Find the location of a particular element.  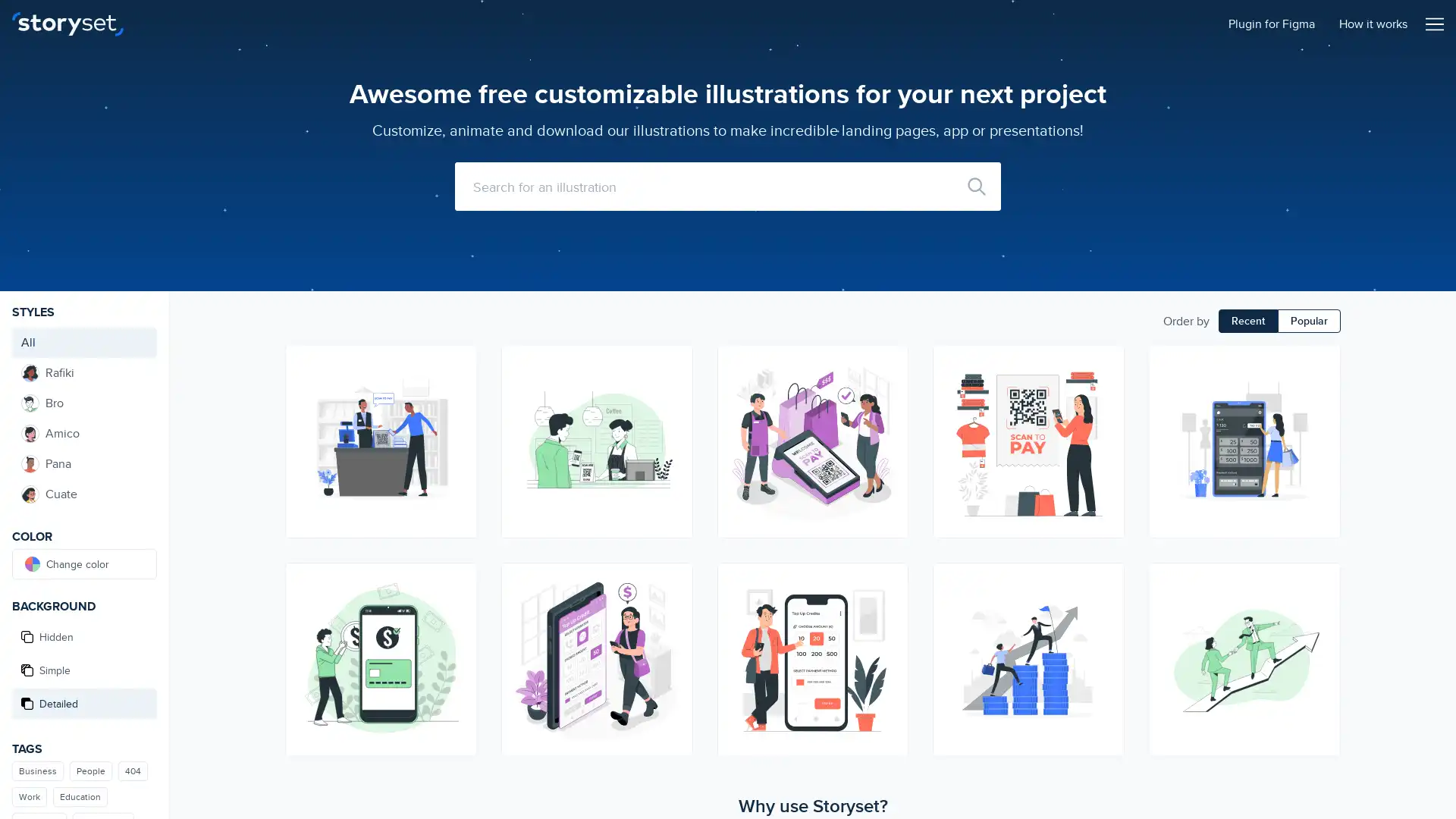

download icon Download is located at coordinates (1320, 391).